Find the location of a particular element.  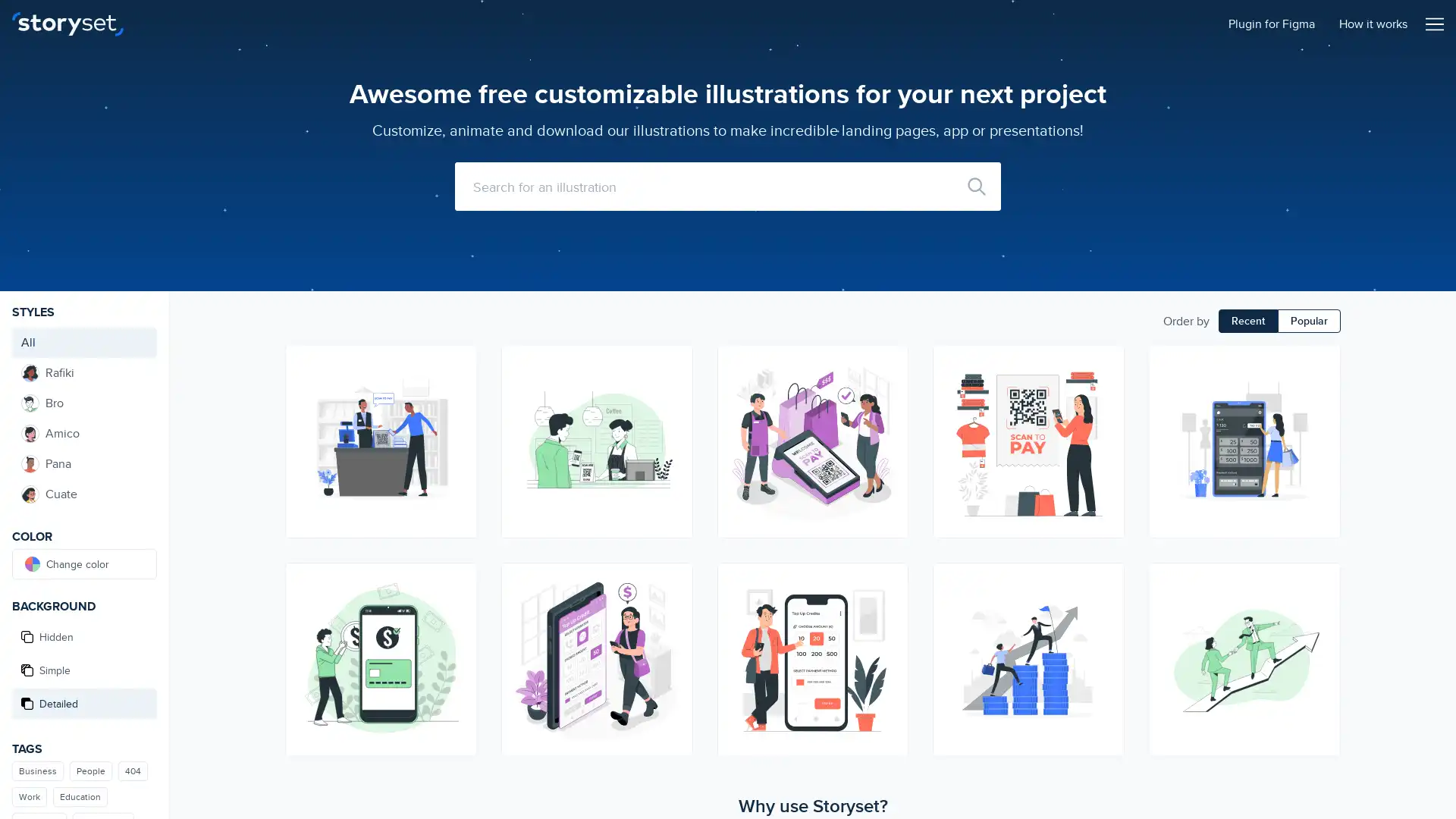

download icon Download is located at coordinates (1320, 391).